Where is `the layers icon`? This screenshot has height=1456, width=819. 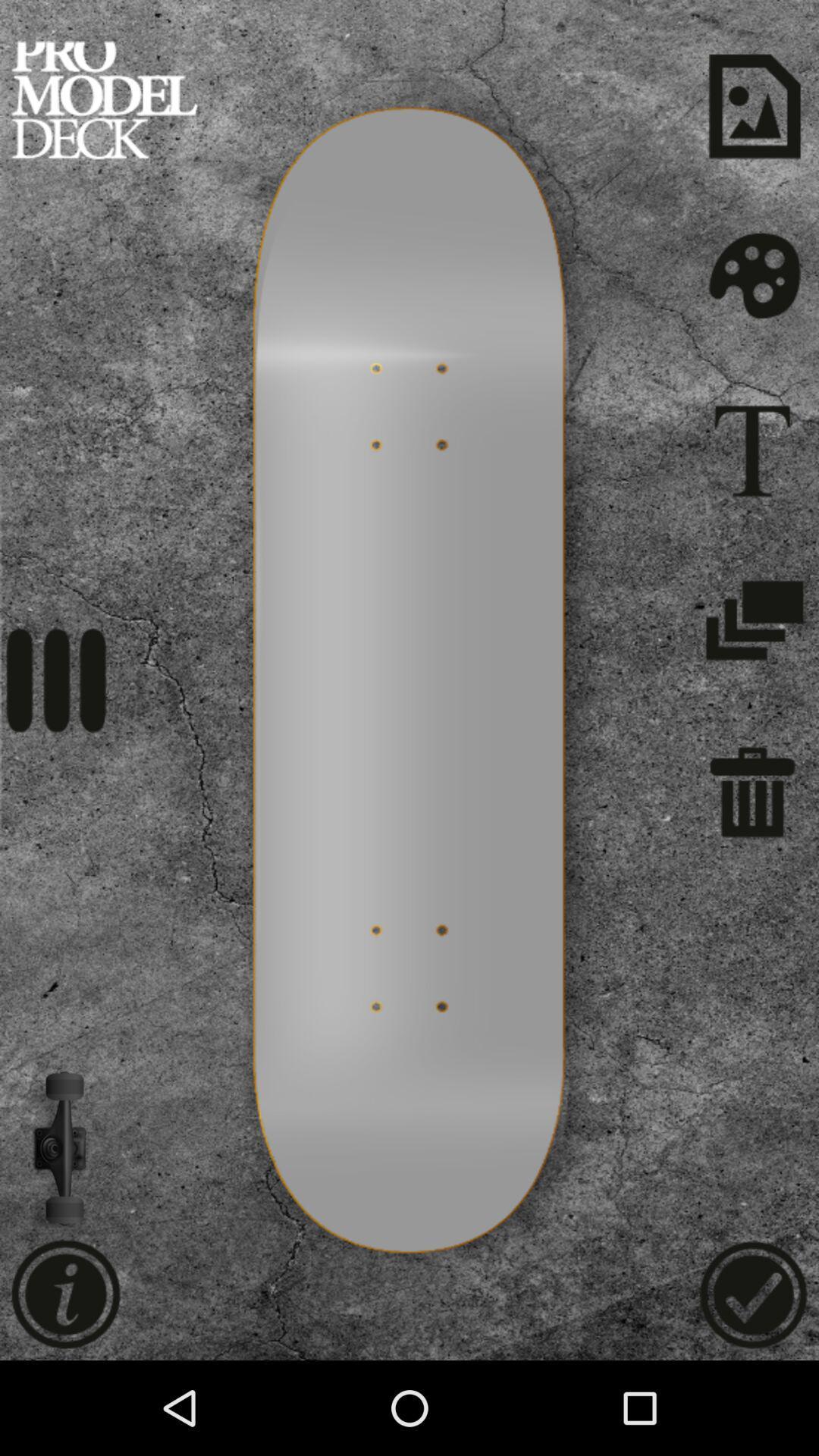 the layers icon is located at coordinates (752, 667).